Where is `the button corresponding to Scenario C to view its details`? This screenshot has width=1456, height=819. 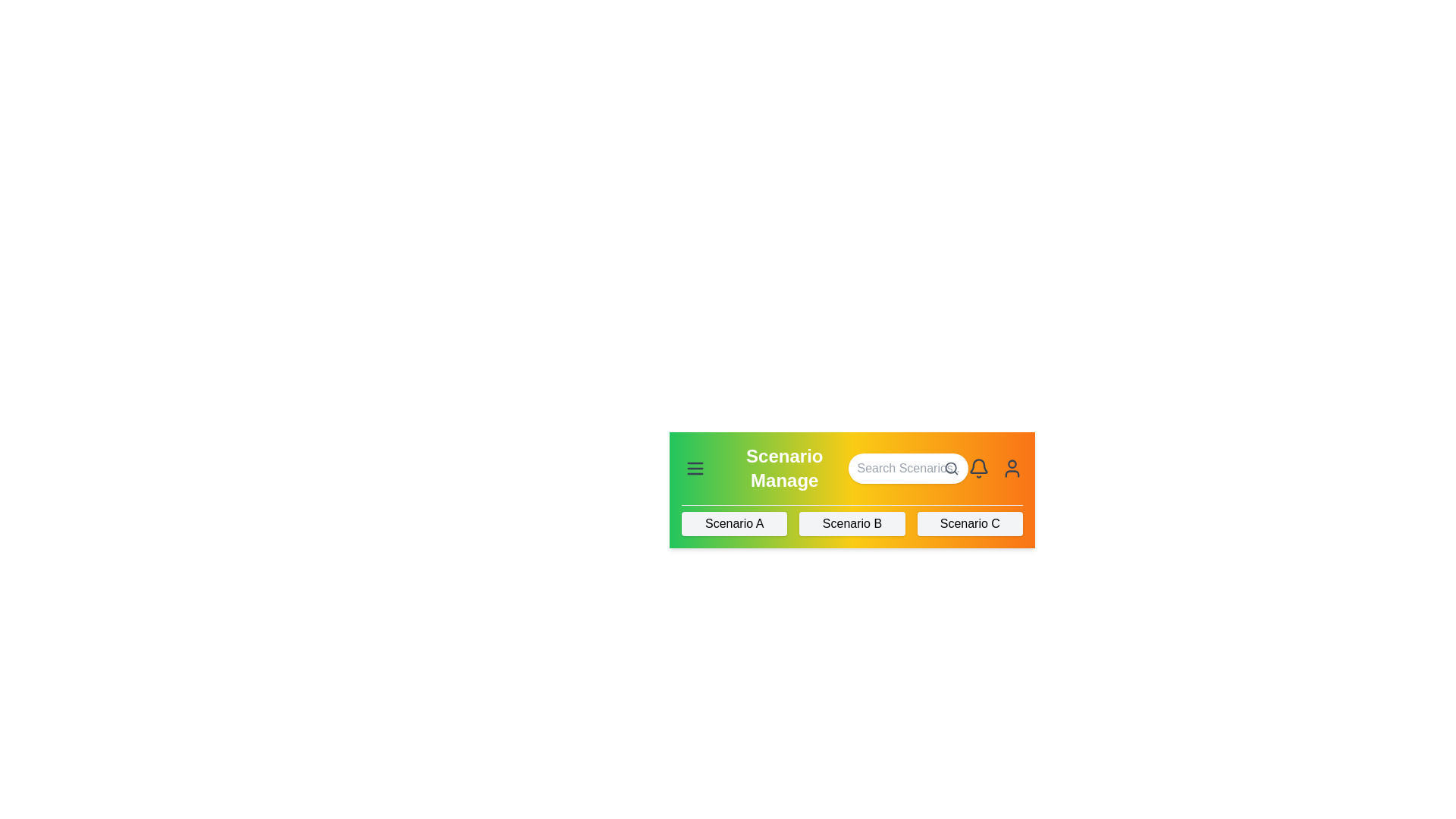 the button corresponding to Scenario C to view its details is located at coordinates (969, 522).